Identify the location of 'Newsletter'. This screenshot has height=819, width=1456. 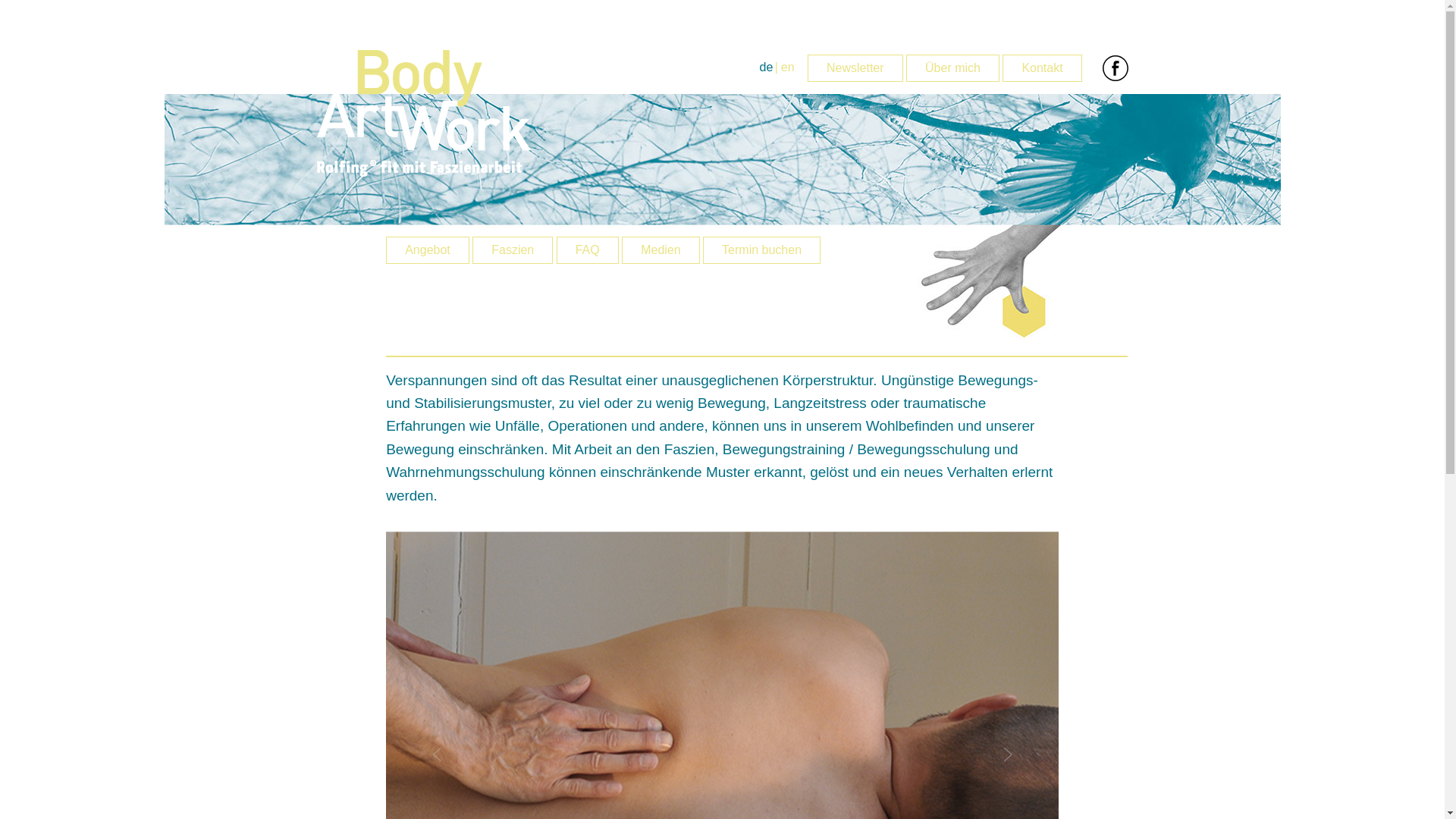
(807, 67).